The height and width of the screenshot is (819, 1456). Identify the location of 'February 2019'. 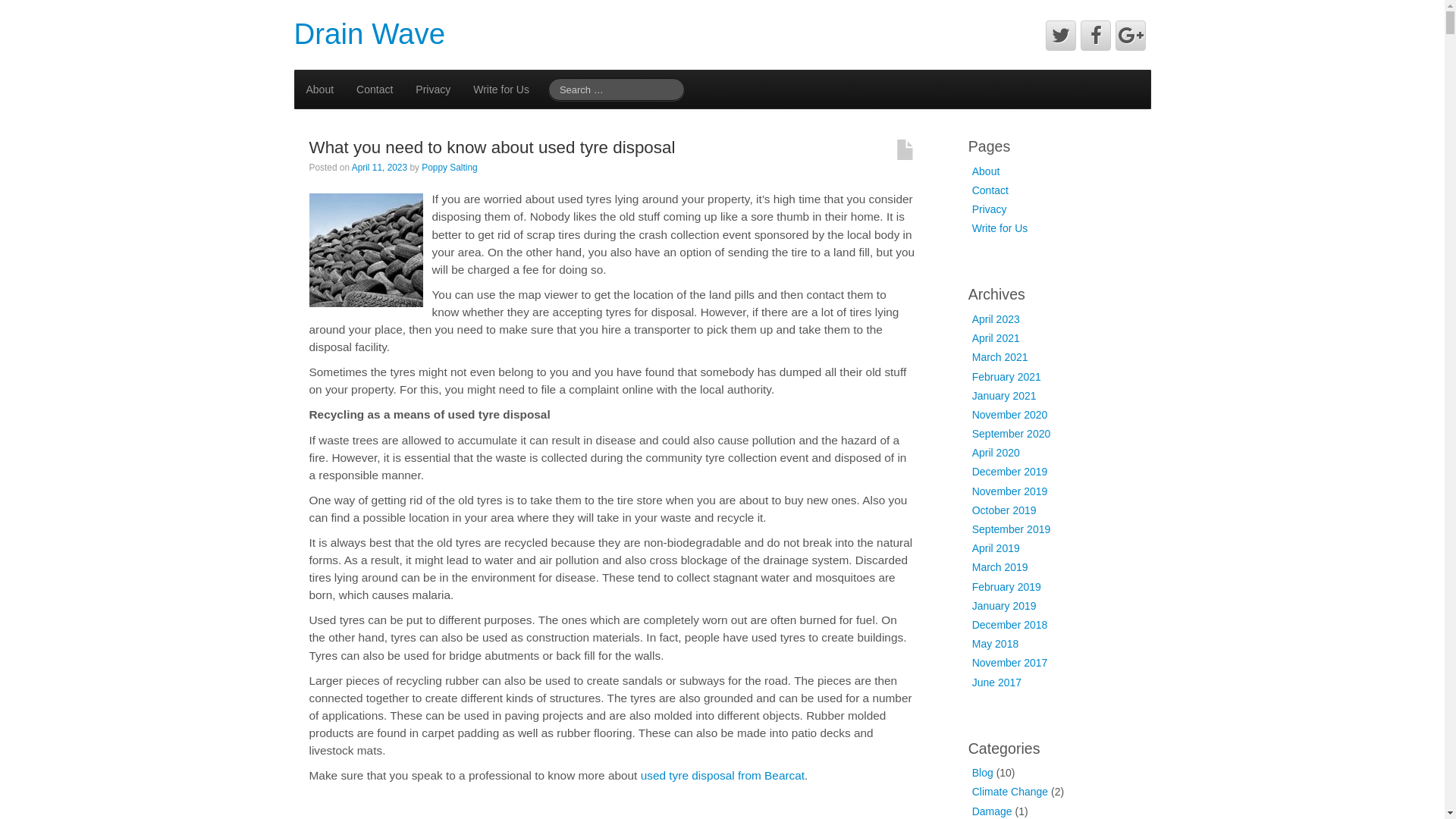
(1006, 586).